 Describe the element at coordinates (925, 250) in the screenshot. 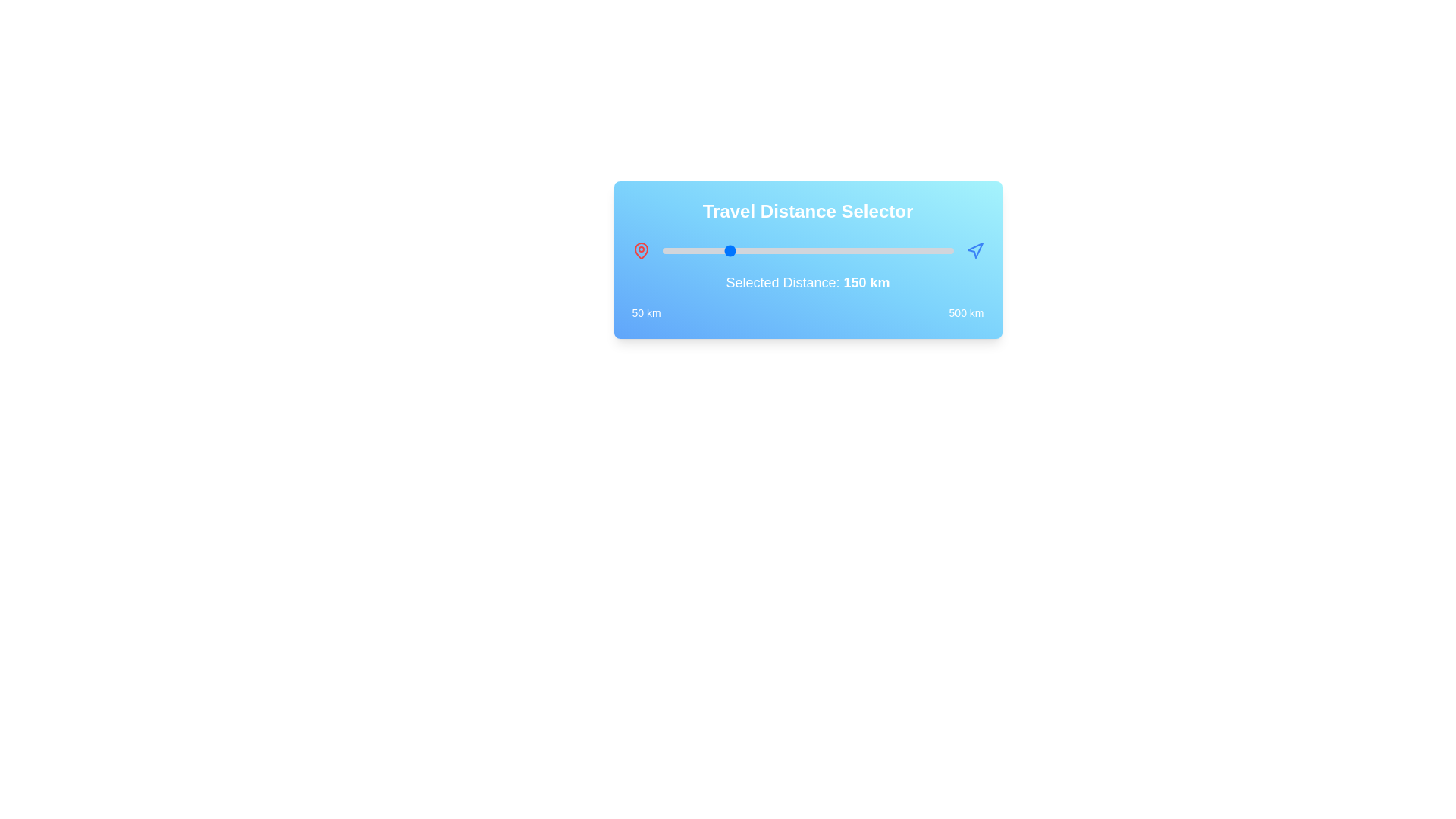

I see `the slider to set the distance to 458 km` at that location.